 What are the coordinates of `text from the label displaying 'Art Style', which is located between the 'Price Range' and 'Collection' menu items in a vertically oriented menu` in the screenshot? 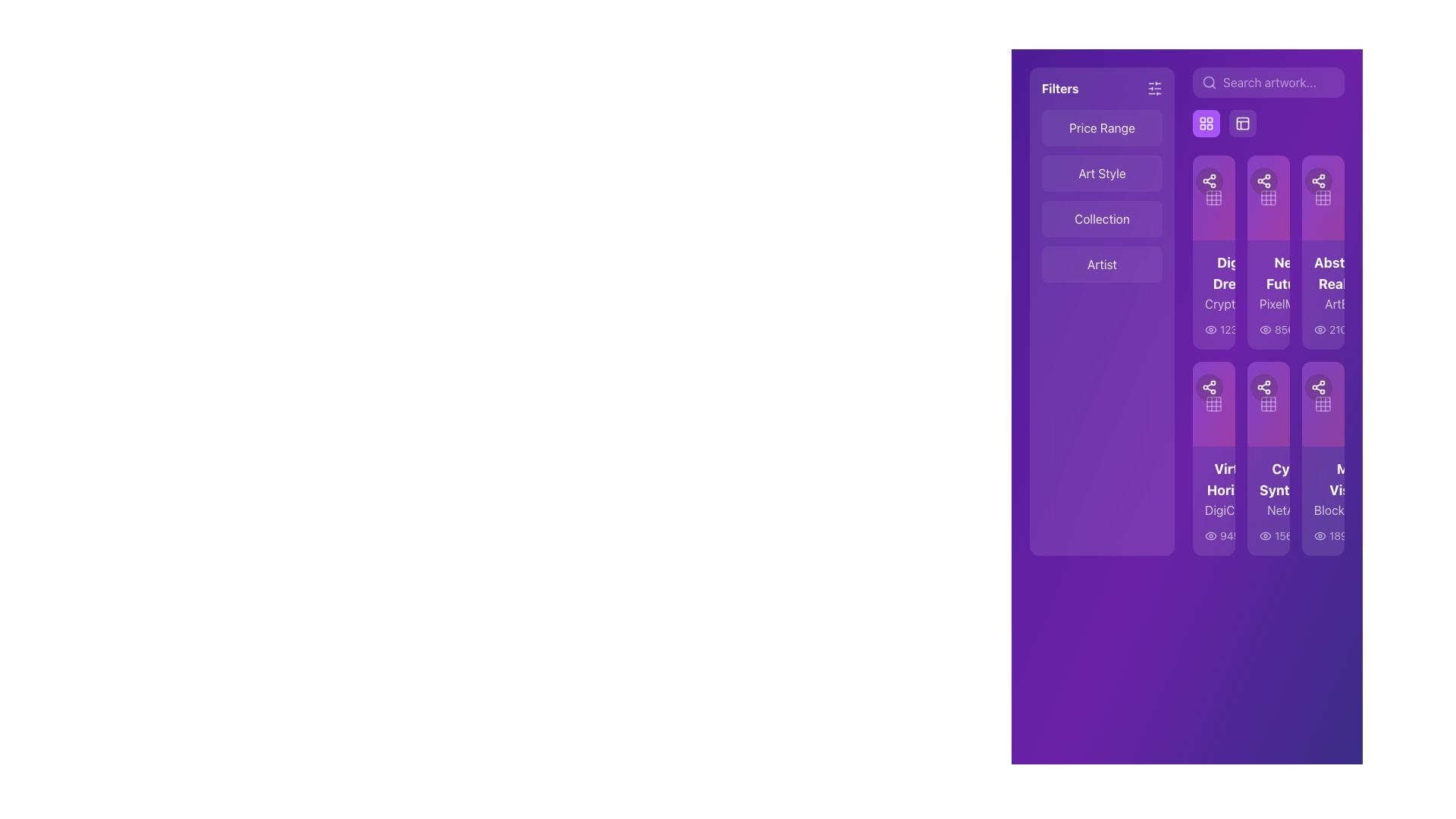 It's located at (1102, 172).